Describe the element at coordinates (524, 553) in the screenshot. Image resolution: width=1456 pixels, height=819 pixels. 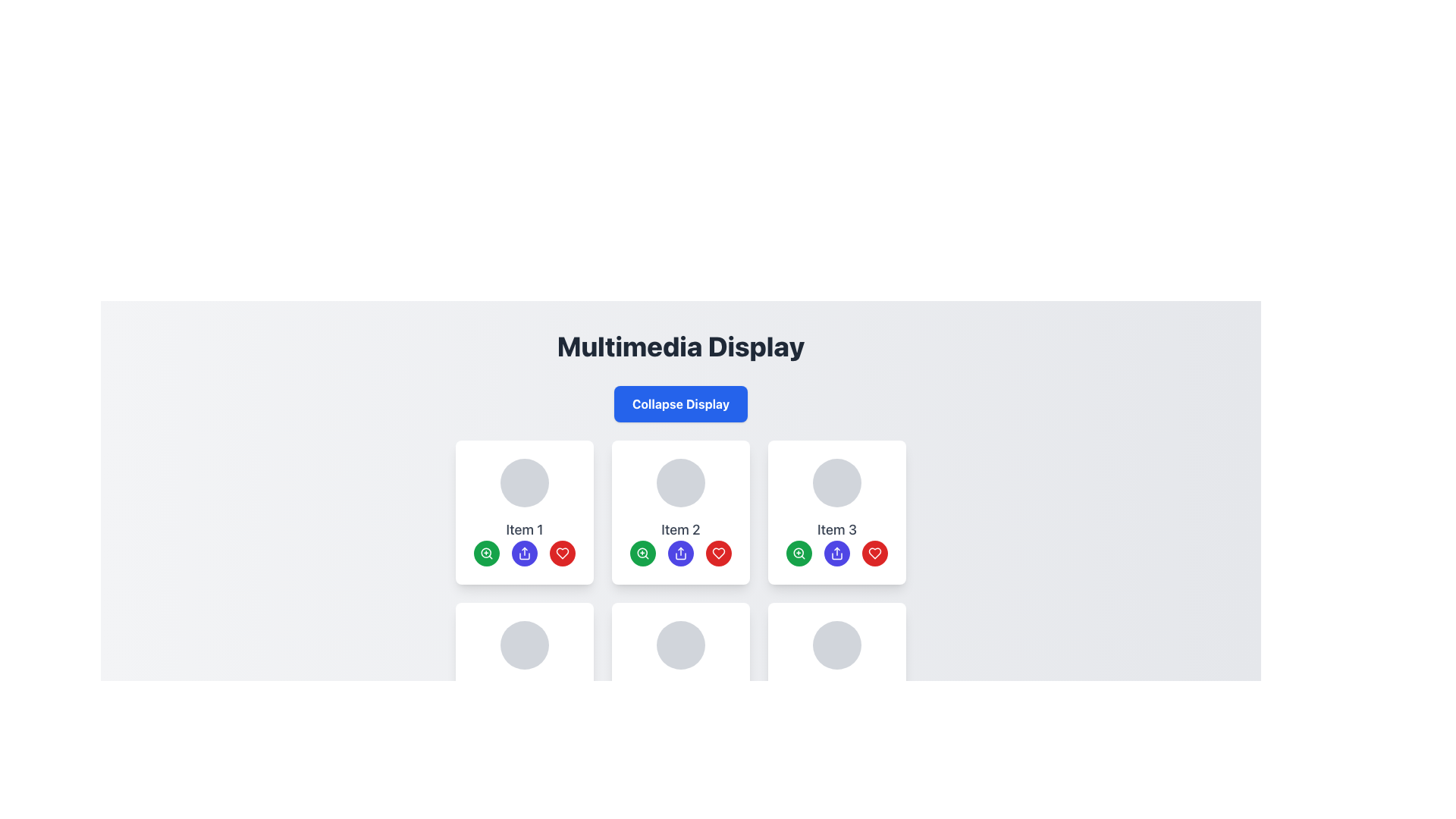
I see `the small circular button with a dark blue background containing a share icon, located beneath the user avatar and 'Item 2' label` at that location.